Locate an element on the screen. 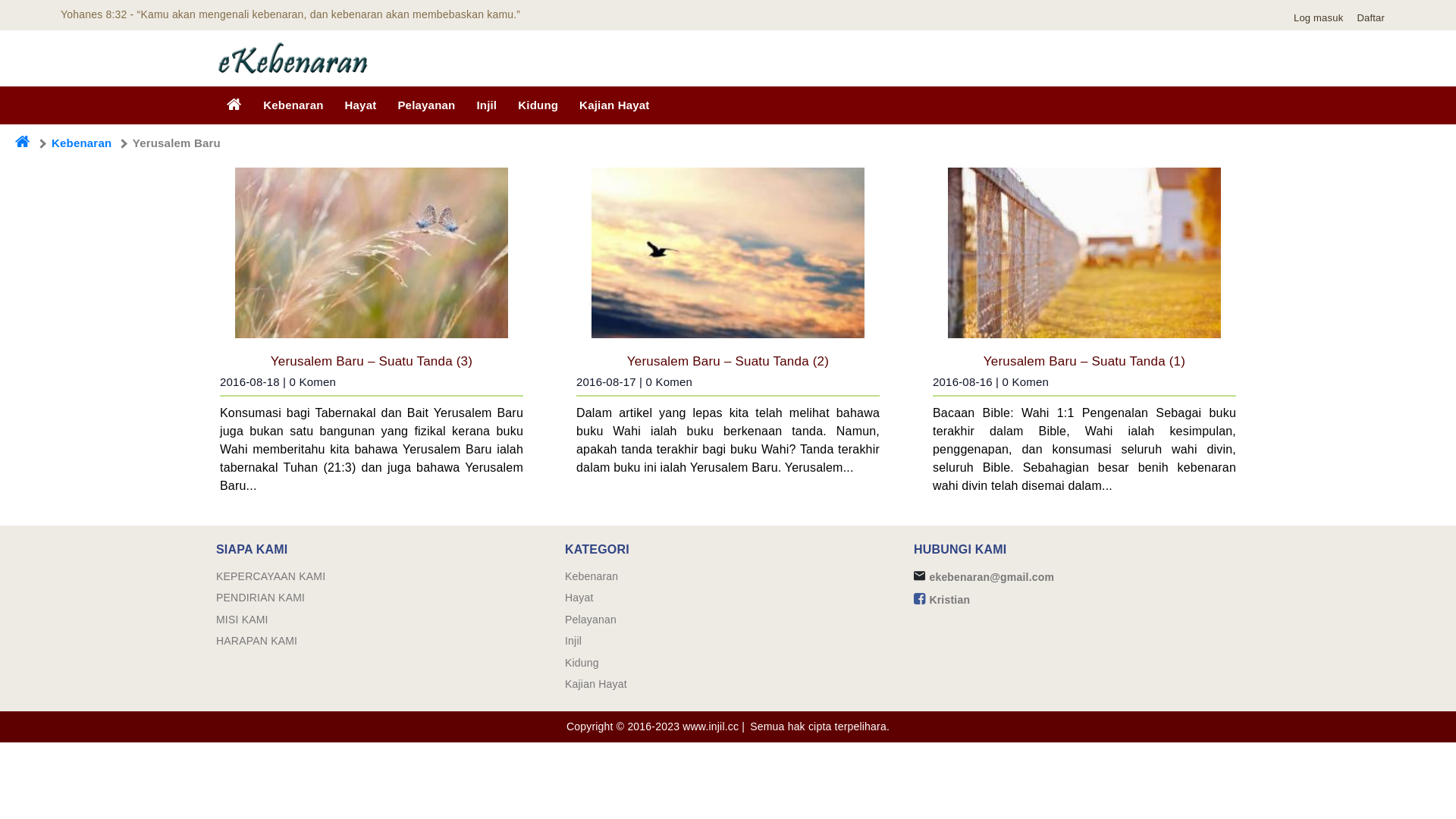 Image resolution: width=1456 pixels, height=819 pixels. 'Kristian' is located at coordinates (949, 598).